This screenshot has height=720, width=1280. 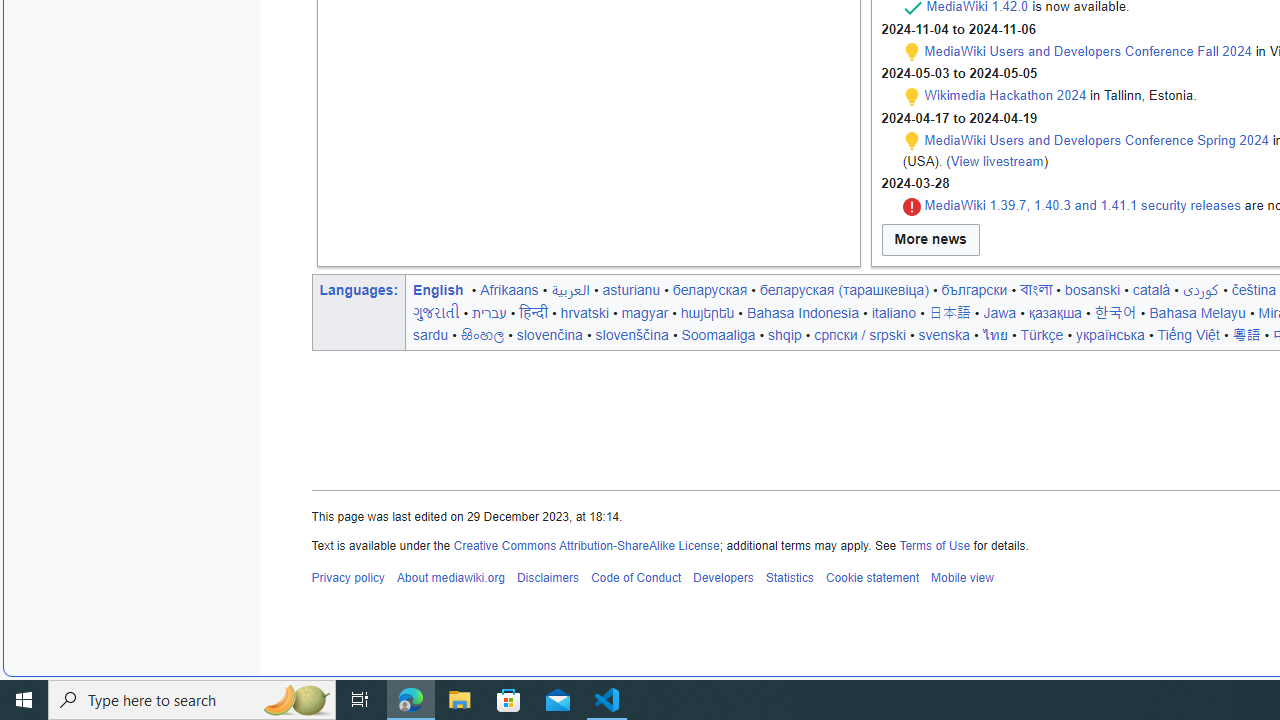 I want to click on 'MediaWiki Users and Developers Conference Spring 2024', so click(x=1095, y=139).